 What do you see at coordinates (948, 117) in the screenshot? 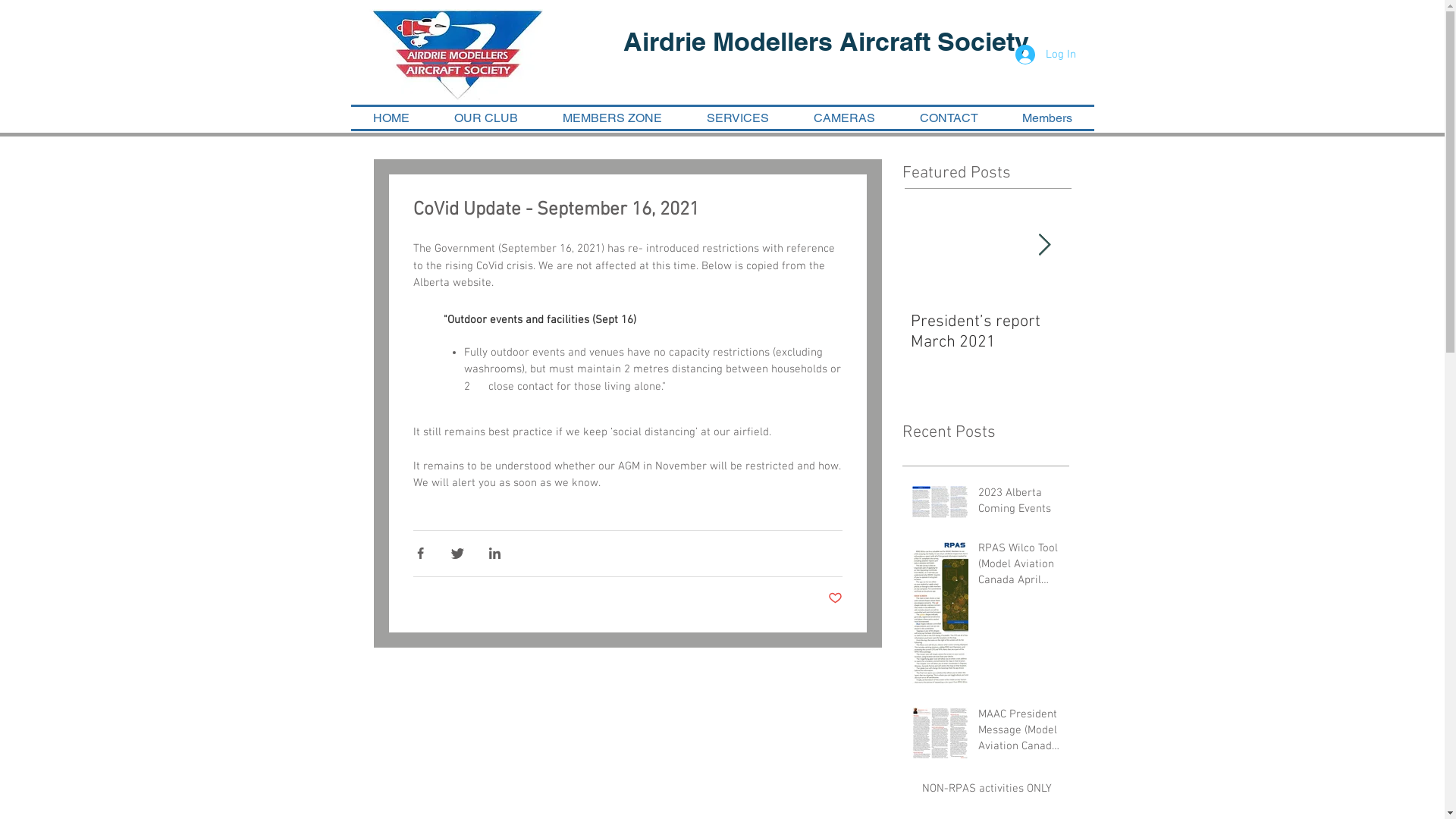
I see `'CONTACT'` at bounding box center [948, 117].